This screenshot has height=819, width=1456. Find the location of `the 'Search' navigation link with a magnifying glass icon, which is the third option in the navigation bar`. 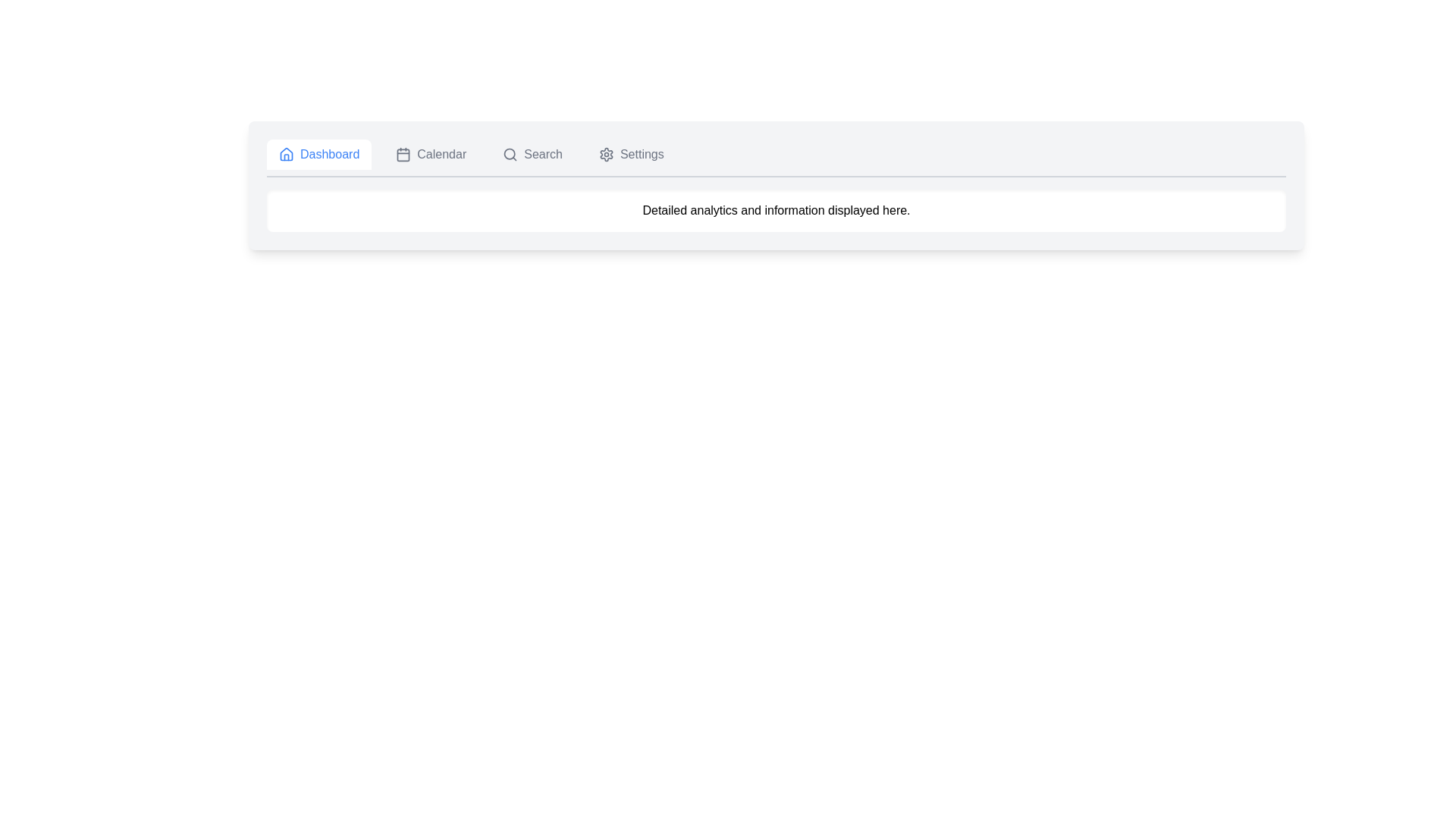

the 'Search' navigation link with a magnifying glass icon, which is the third option in the navigation bar is located at coordinates (532, 155).